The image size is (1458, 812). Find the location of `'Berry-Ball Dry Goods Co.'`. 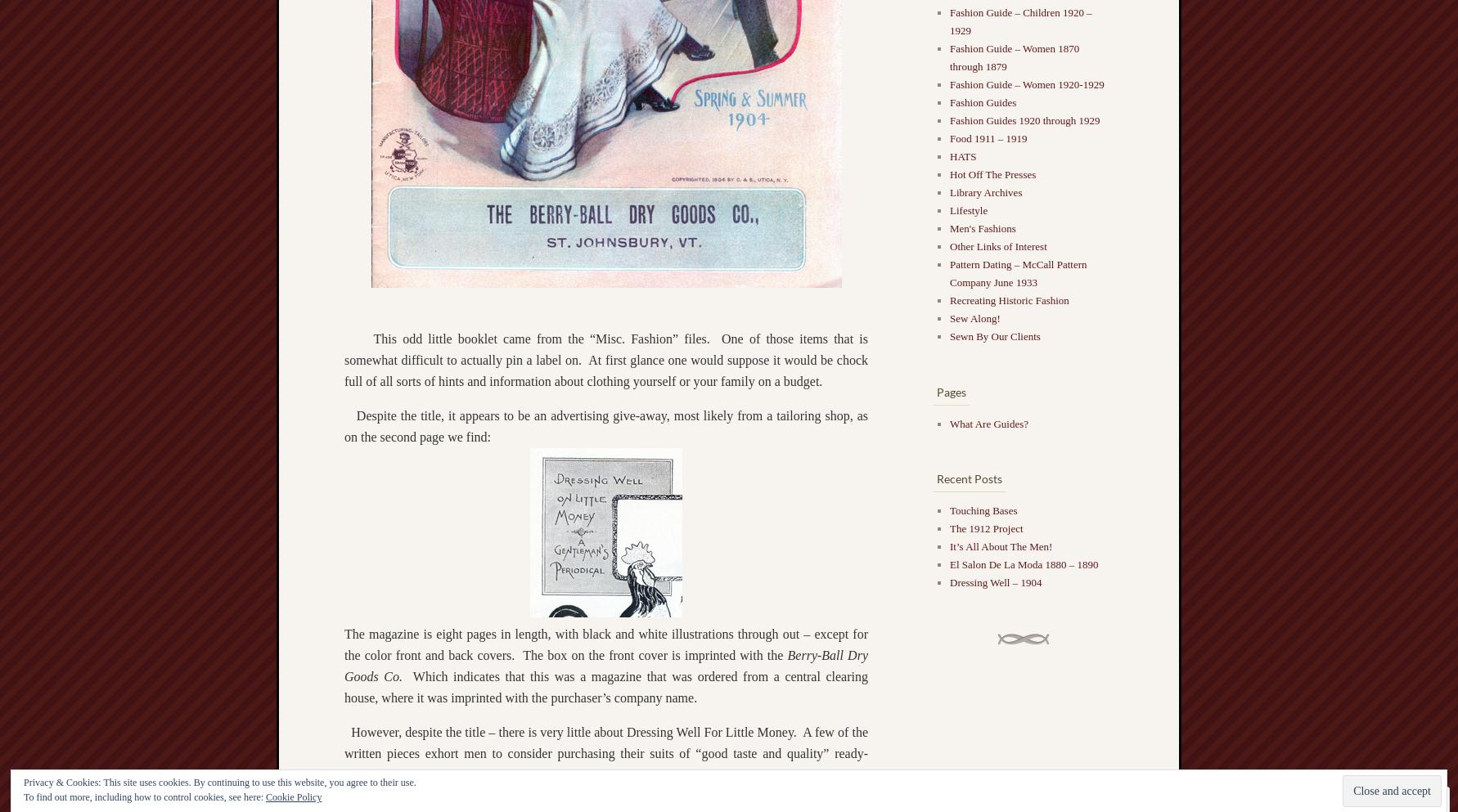

'Berry-Ball Dry Goods Co.' is located at coordinates (605, 665).